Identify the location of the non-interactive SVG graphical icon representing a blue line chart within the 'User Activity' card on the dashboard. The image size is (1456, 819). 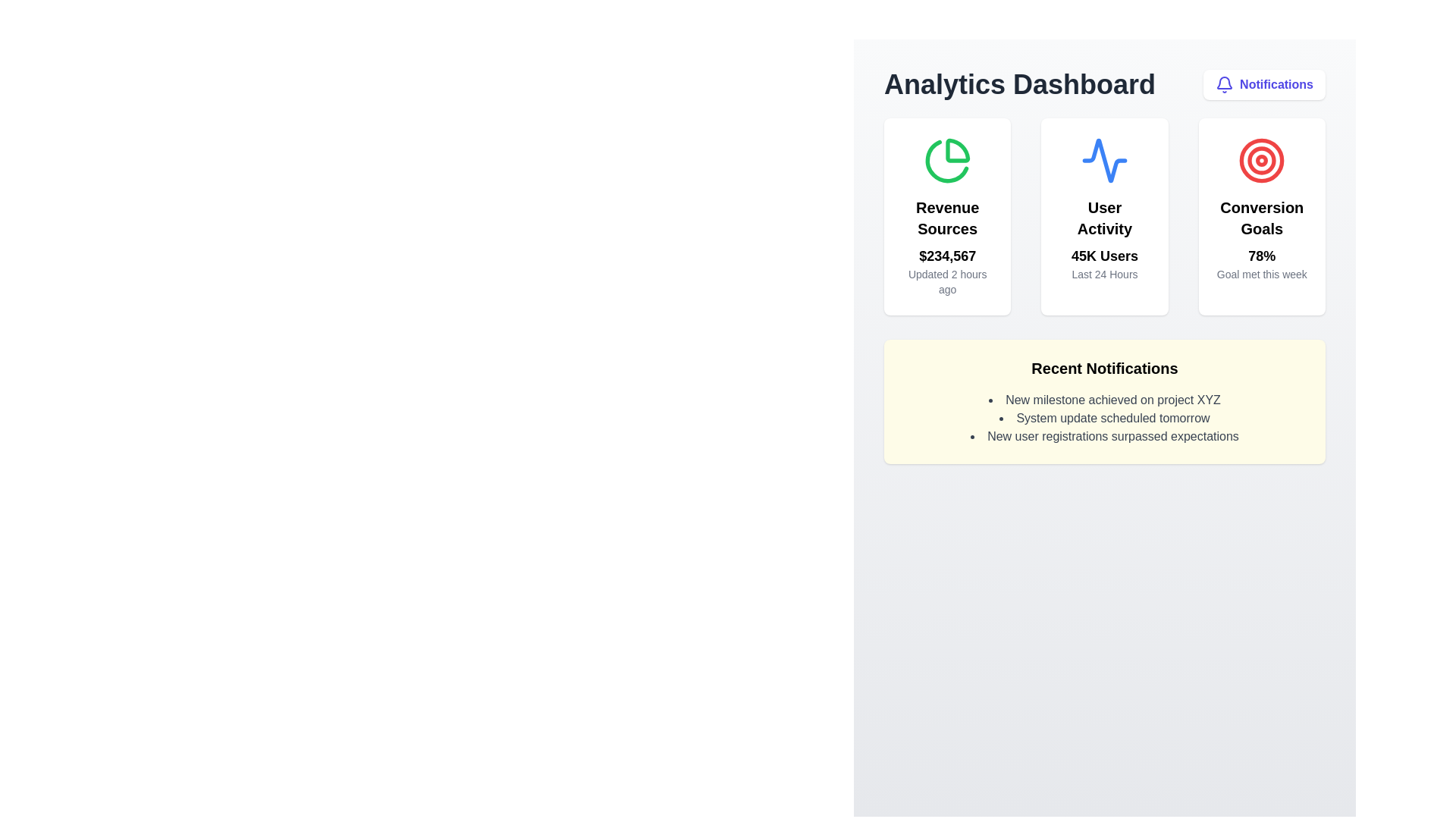
(1104, 161).